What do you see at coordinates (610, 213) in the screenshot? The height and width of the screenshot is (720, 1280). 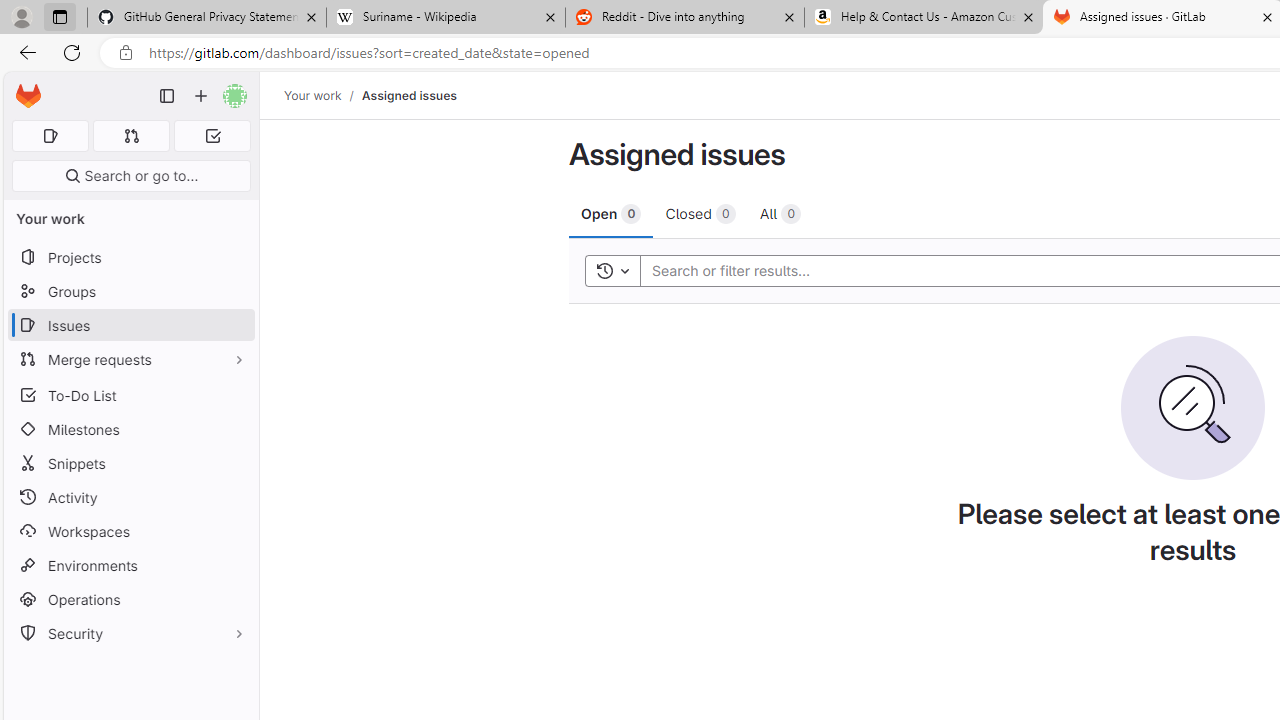 I see `'Open 0'` at bounding box center [610, 213].